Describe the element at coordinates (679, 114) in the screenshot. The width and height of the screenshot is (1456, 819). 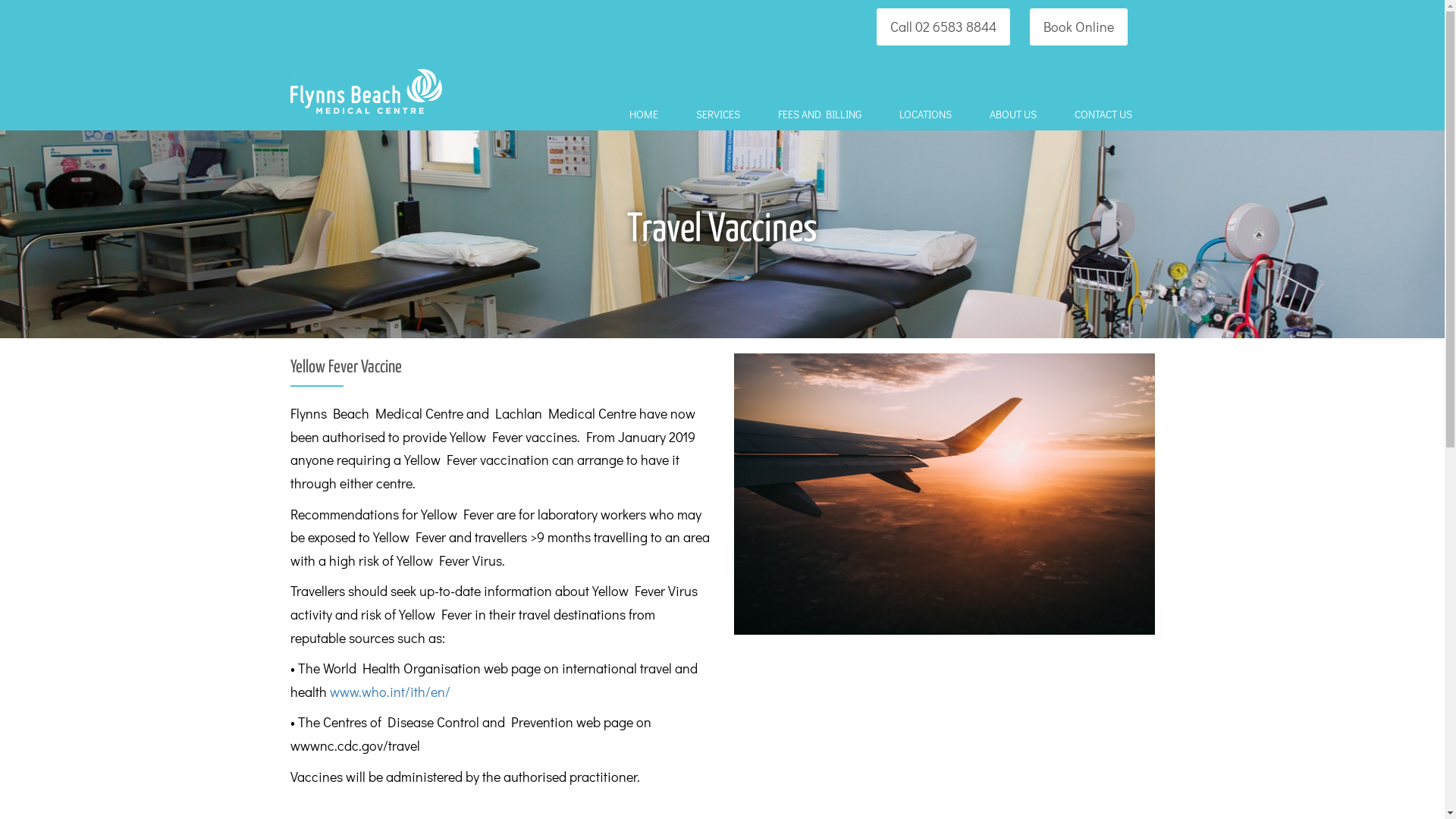
I see `'SERVICES'` at that location.